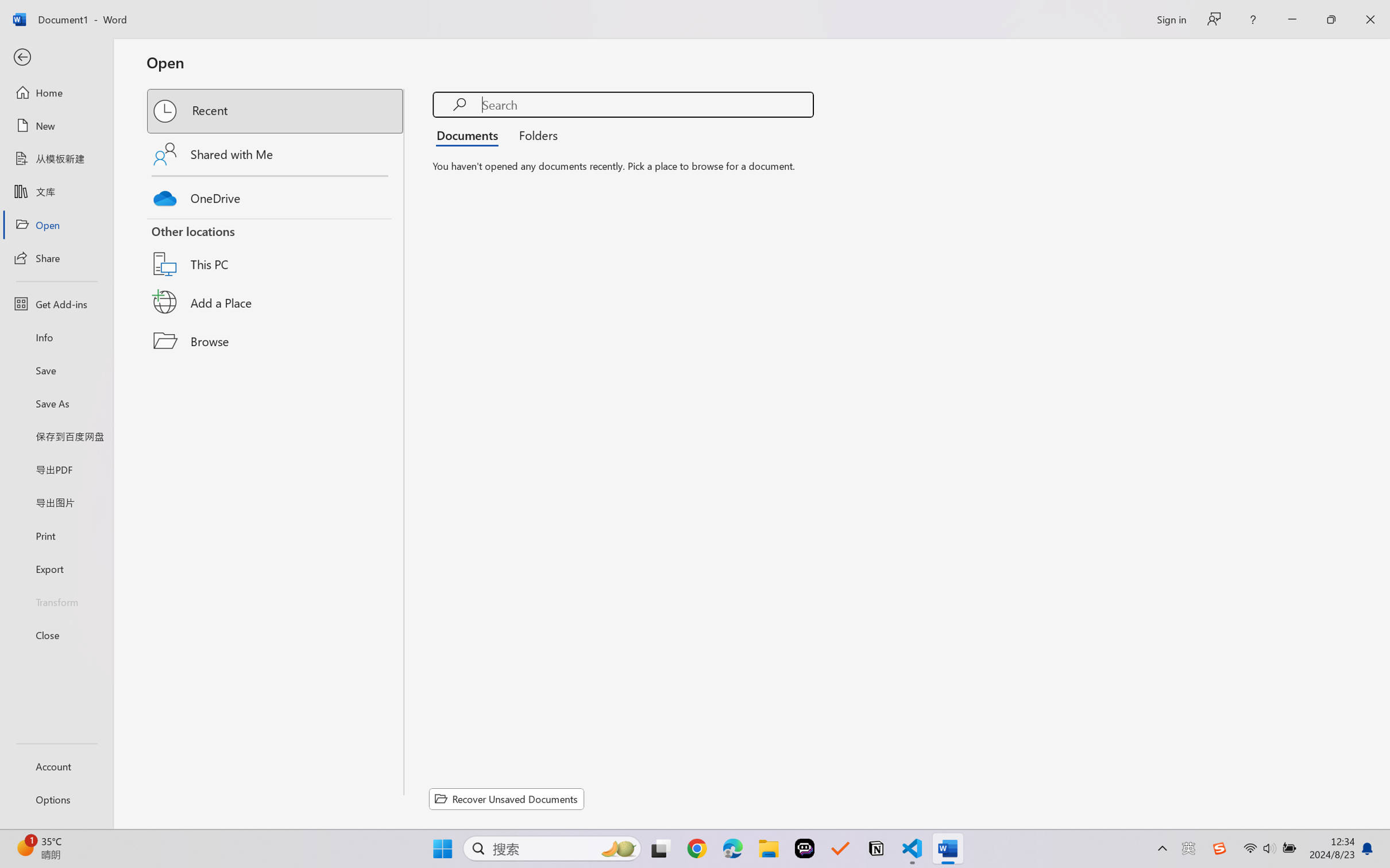  What do you see at coordinates (535, 134) in the screenshot?
I see `'Folders'` at bounding box center [535, 134].